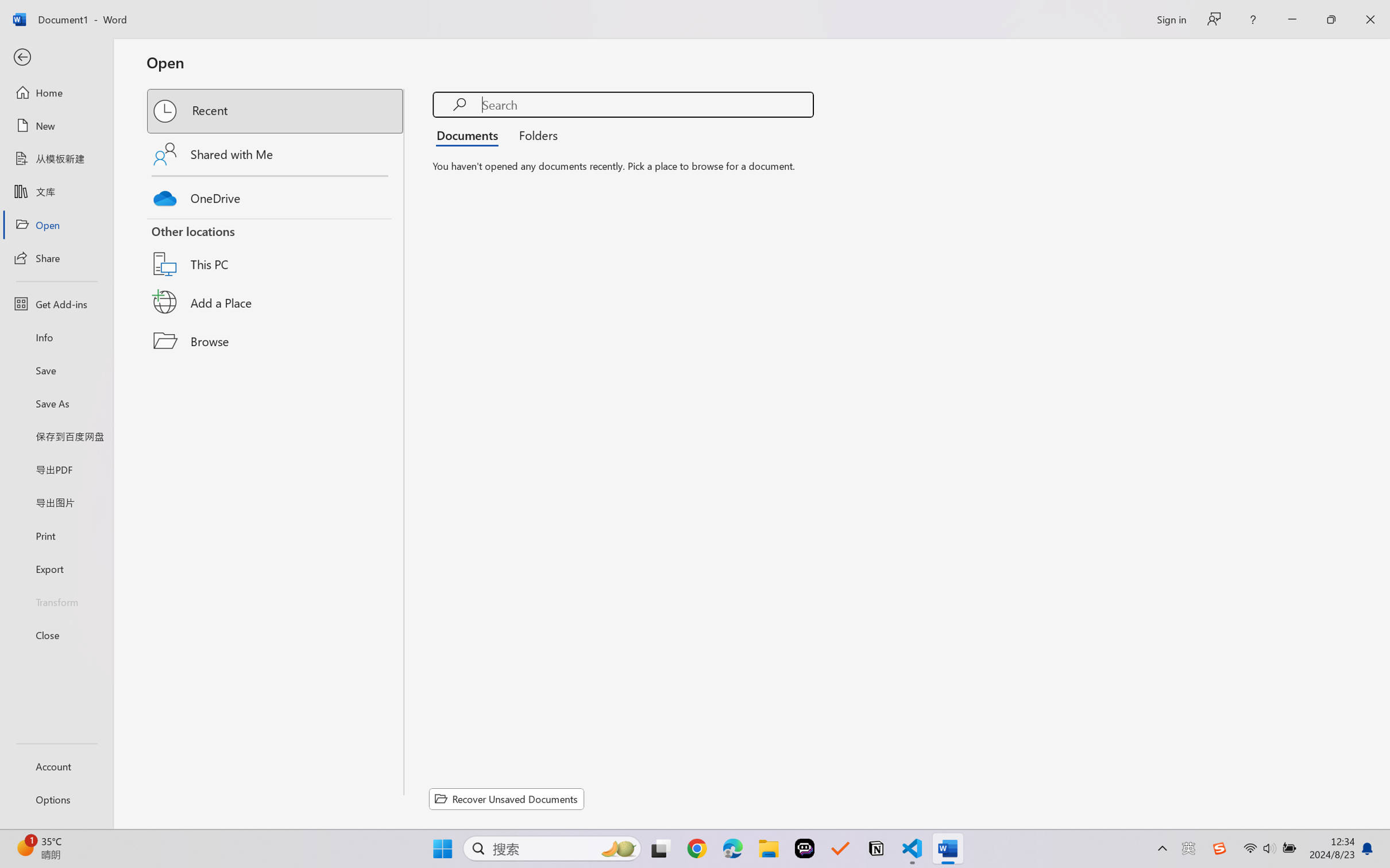  What do you see at coordinates (535, 134) in the screenshot?
I see `'Folders'` at bounding box center [535, 134].